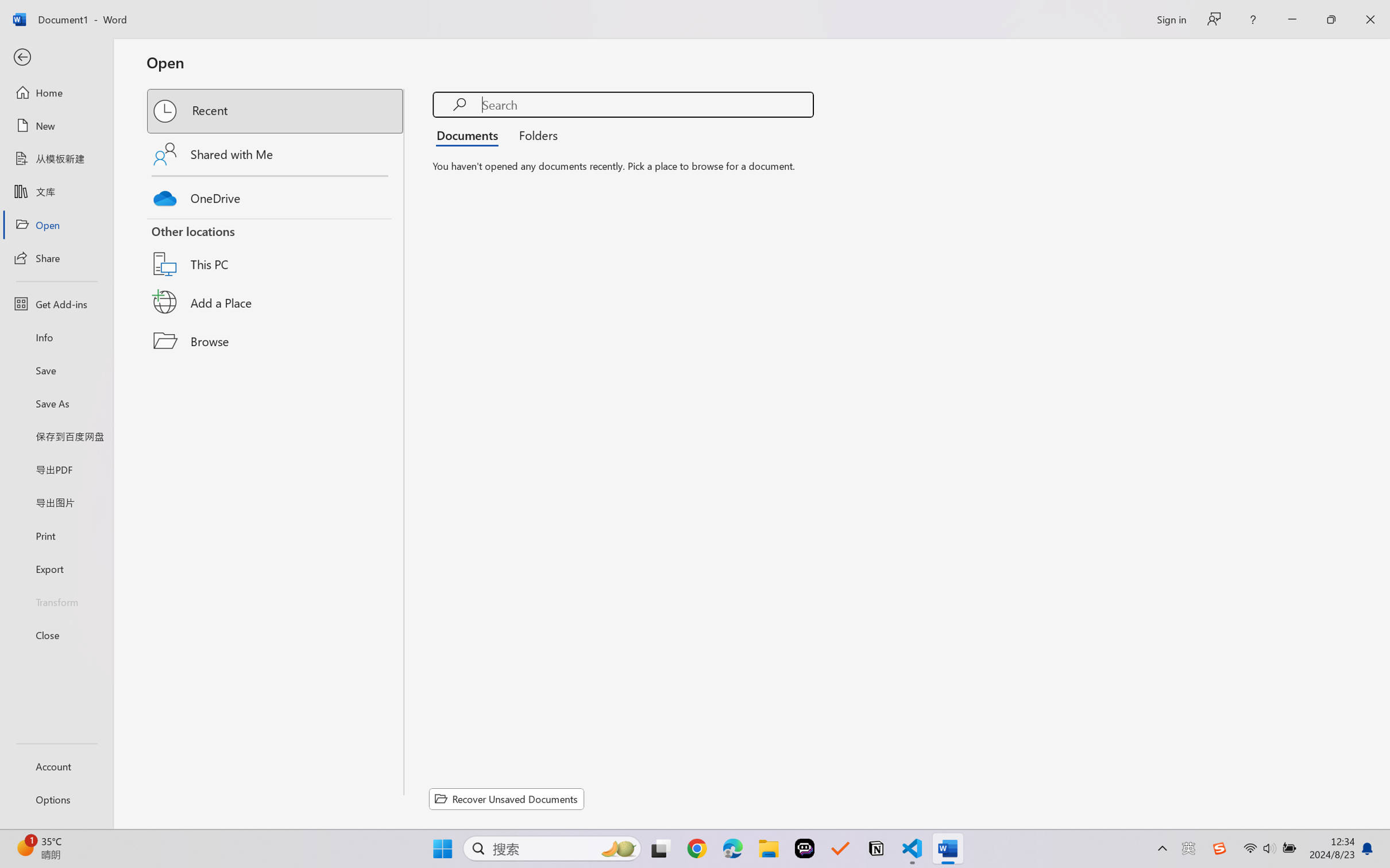  What do you see at coordinates (535, 134) in the screenshot?
I see `'Folders'` at bounding box center [535, 134].